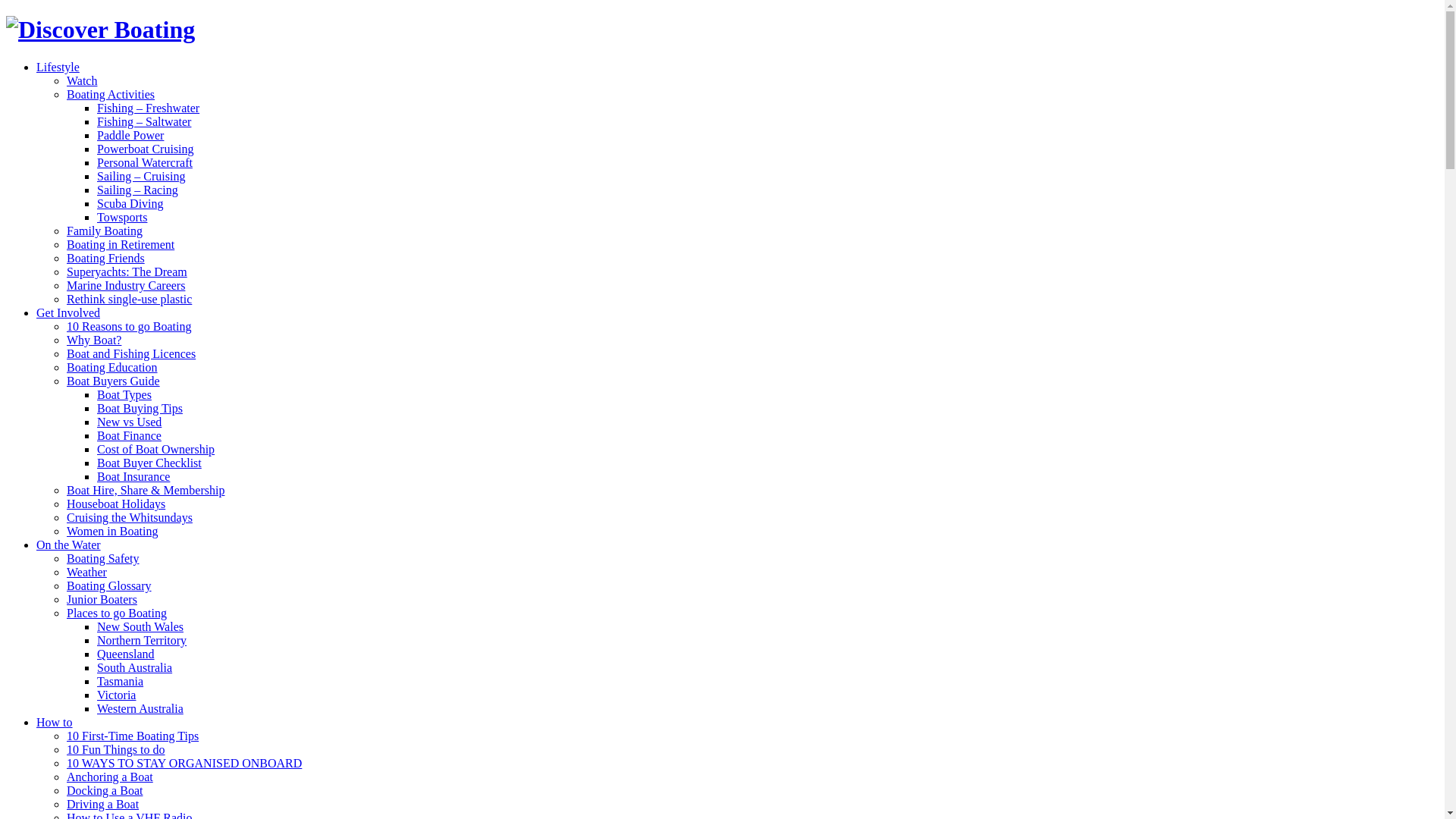 The height and width of the screenshot is (819, 1456). What do you see at coordinates (104, 789) in the screenshot?
I see `'Docking a Boat'` at bounding box center [104, 789].